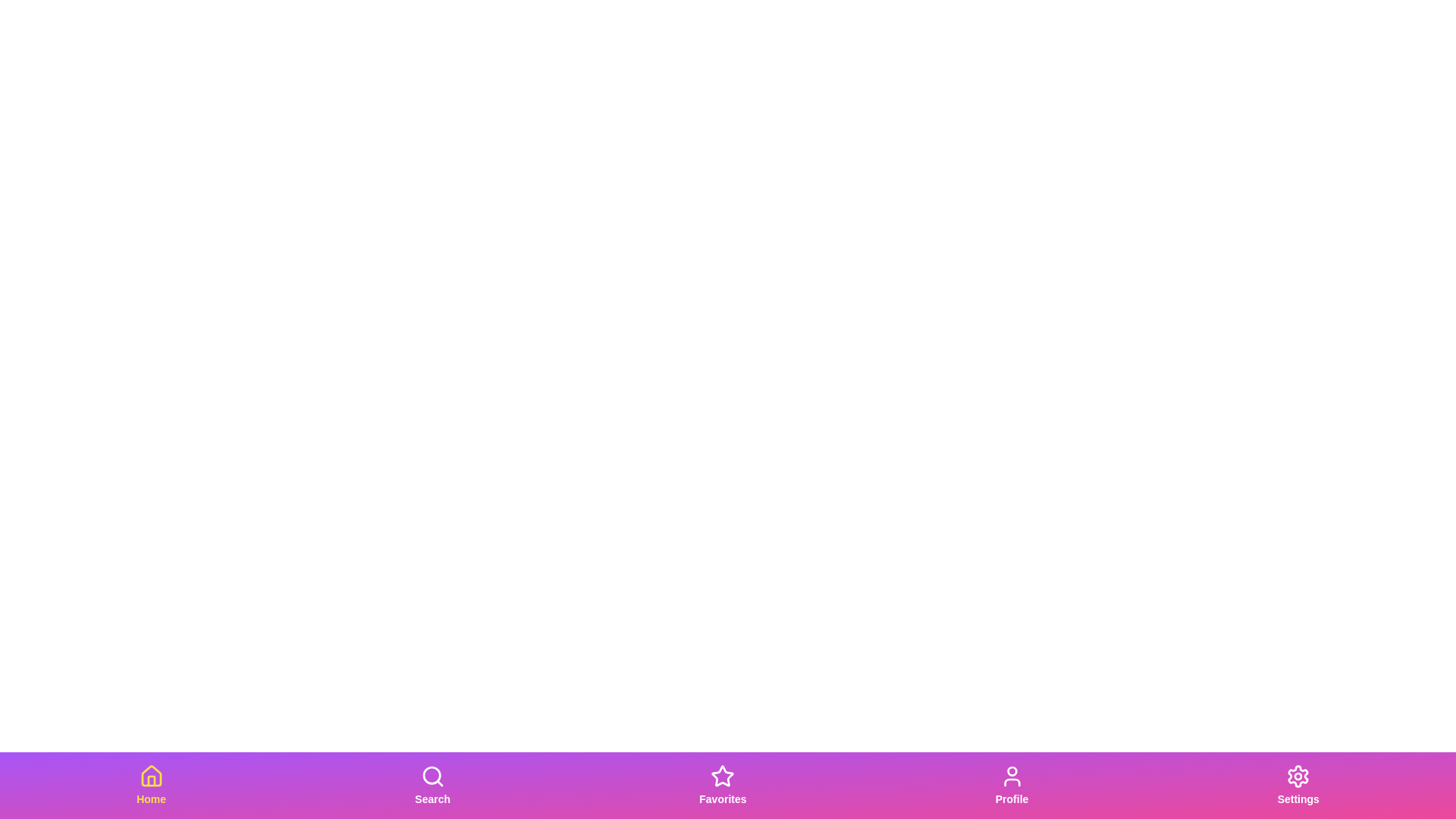 Image resolution: width=1456 pixels, height=819 pixels. I want to click on the Settings tab in the bottom navigation bar, so click(1298, 785).